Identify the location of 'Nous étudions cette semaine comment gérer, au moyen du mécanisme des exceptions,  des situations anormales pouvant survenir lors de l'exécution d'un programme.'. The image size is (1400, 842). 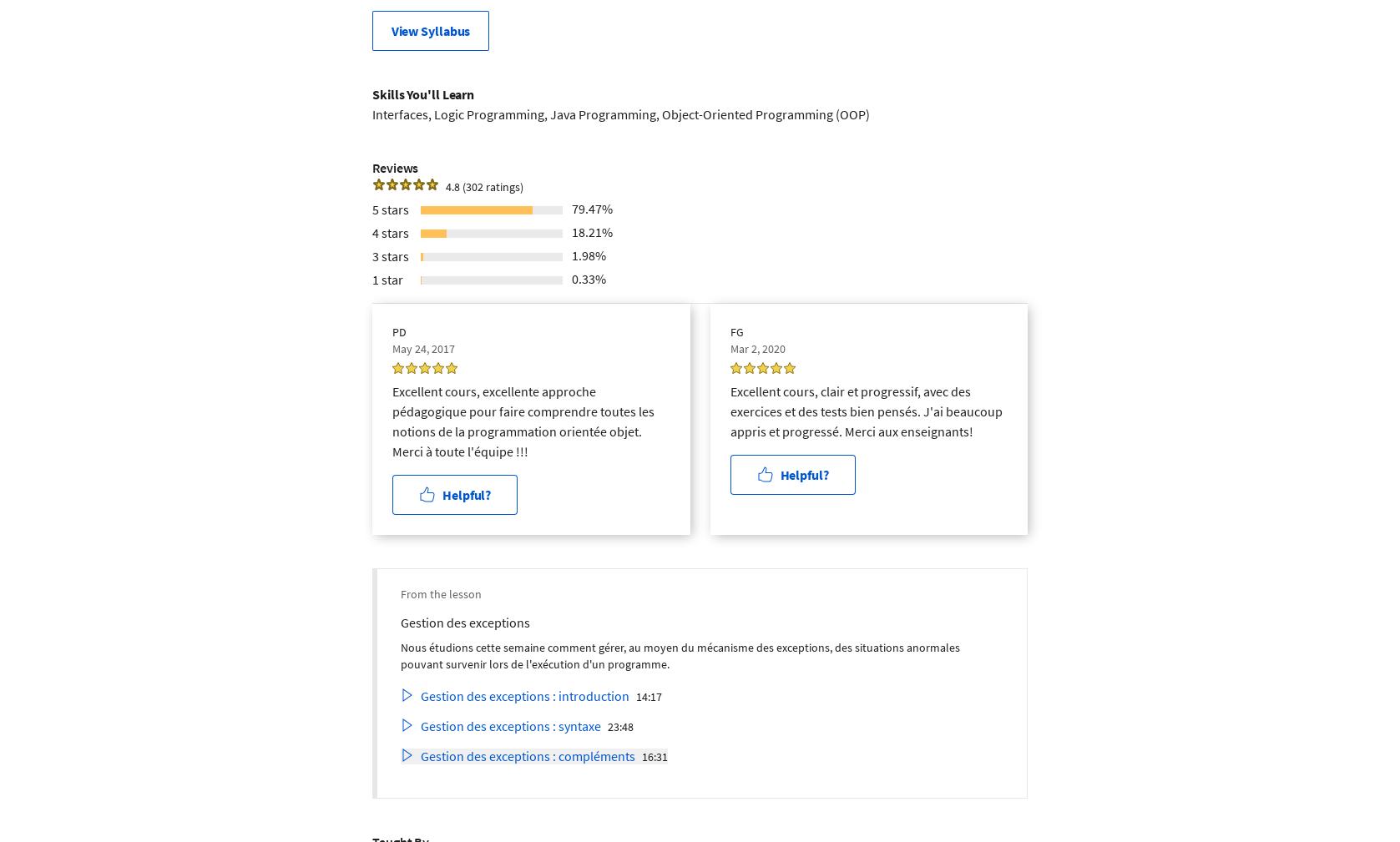
(680, 655).